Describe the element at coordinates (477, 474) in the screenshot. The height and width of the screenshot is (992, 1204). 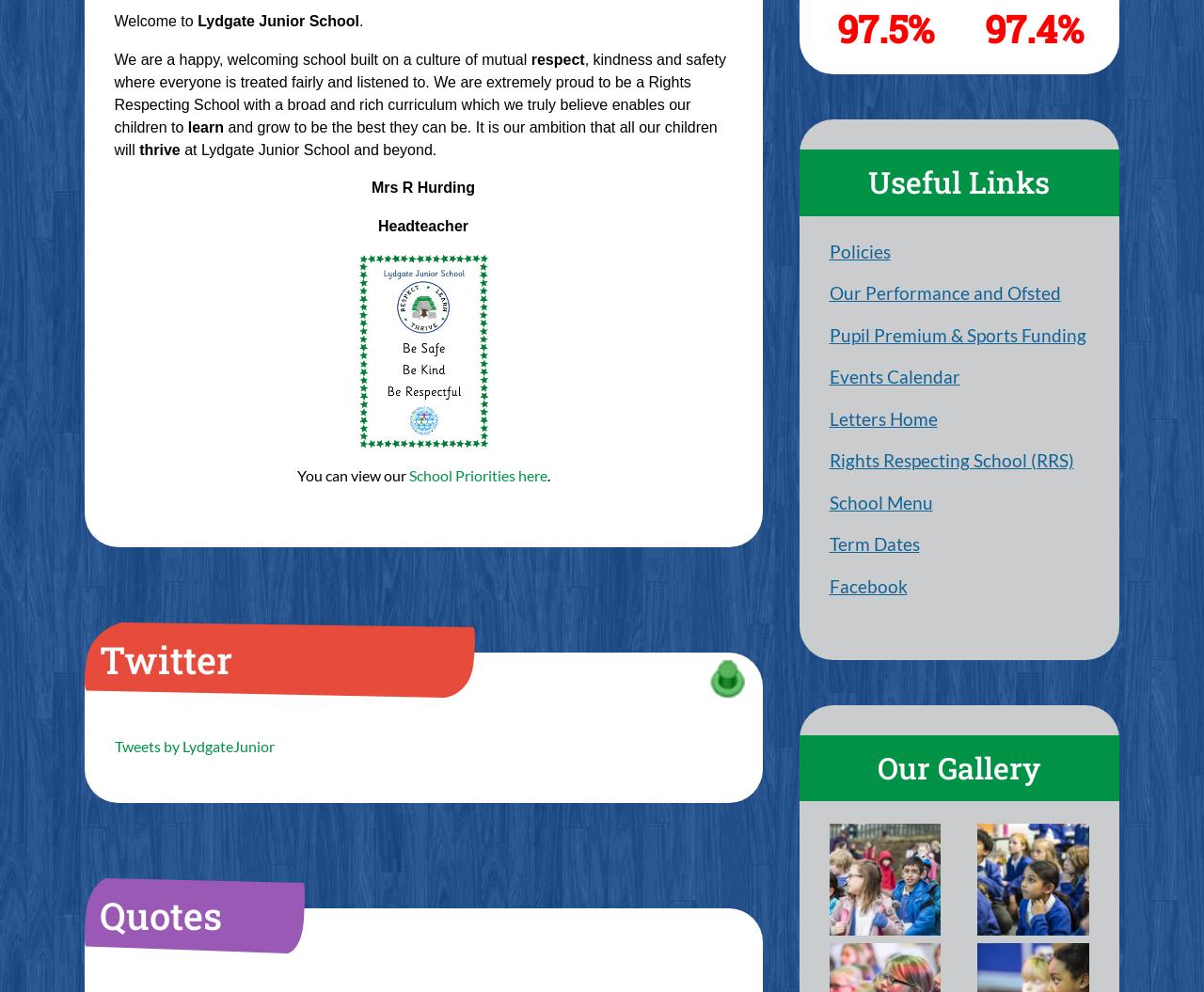
I see `'School Priorities here'` at that location.